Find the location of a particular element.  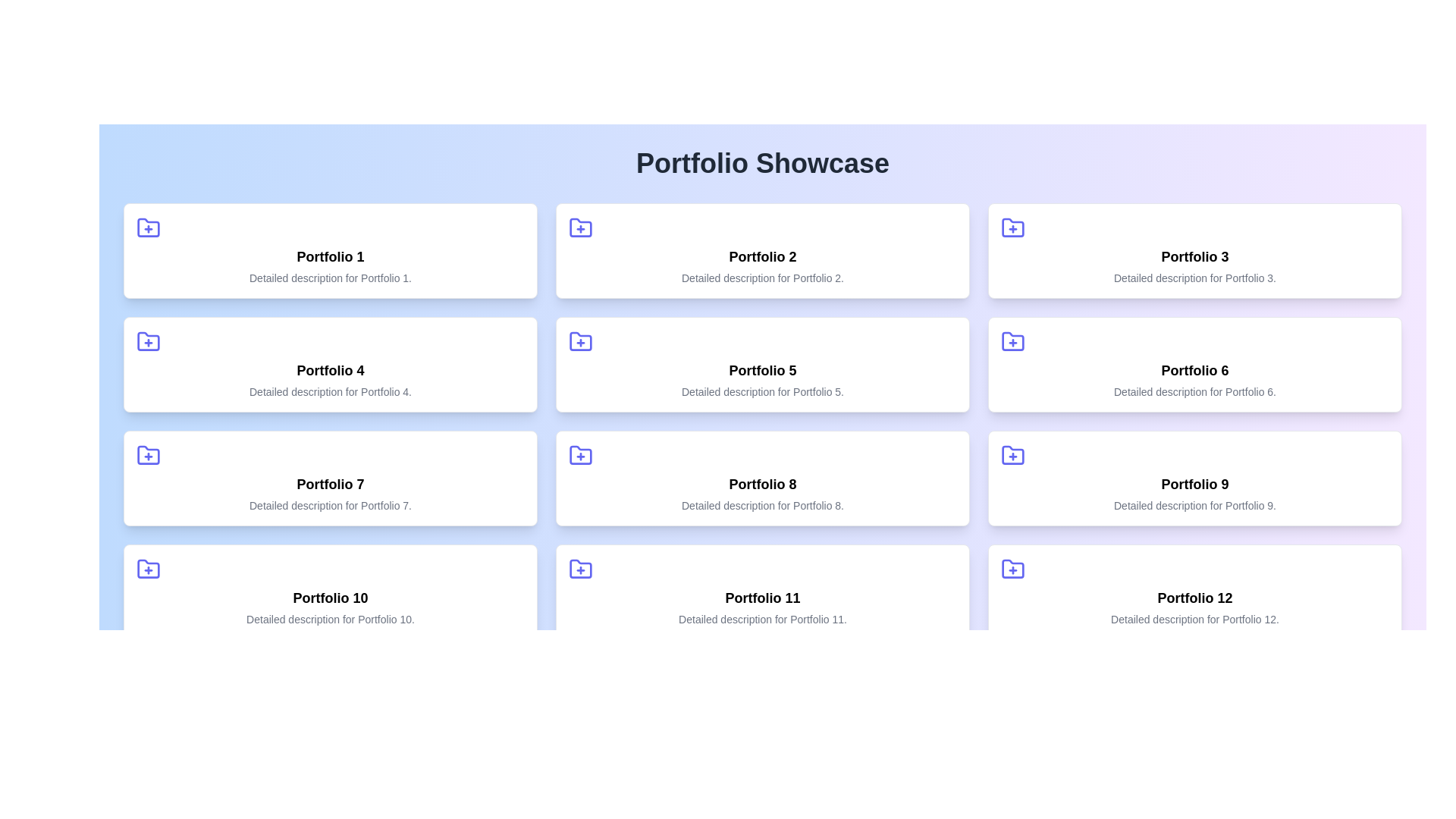

the static text element displaying 'Portfolio 1', which is prominently styled in bold and large font, located in the top-left corner of the first card in the grid layout is located at coordinates (330, 256).